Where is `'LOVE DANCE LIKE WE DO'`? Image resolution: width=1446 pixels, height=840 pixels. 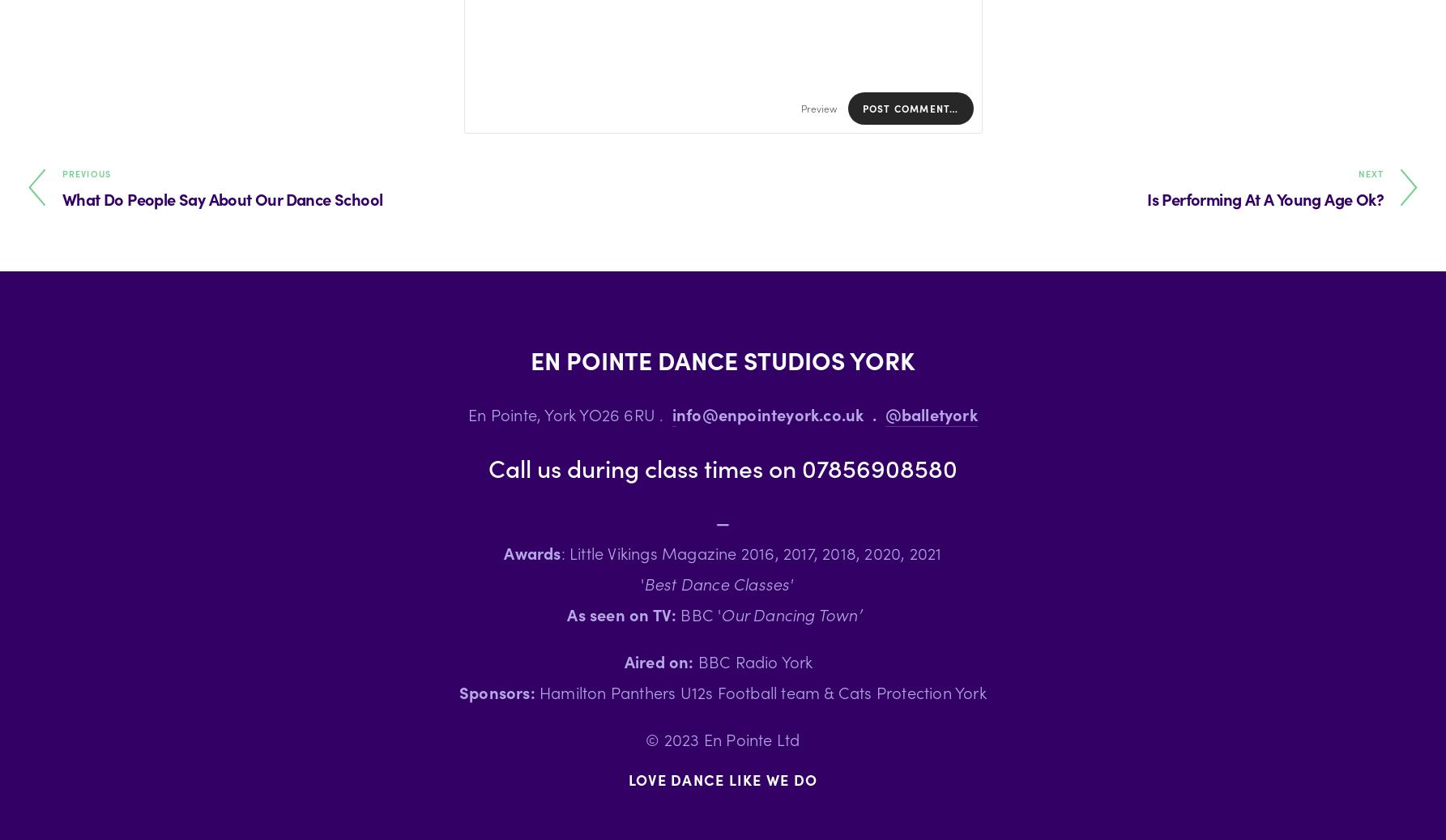
'LOVE DANCE LIKE WE DO' is located at coordinates (722, 778).